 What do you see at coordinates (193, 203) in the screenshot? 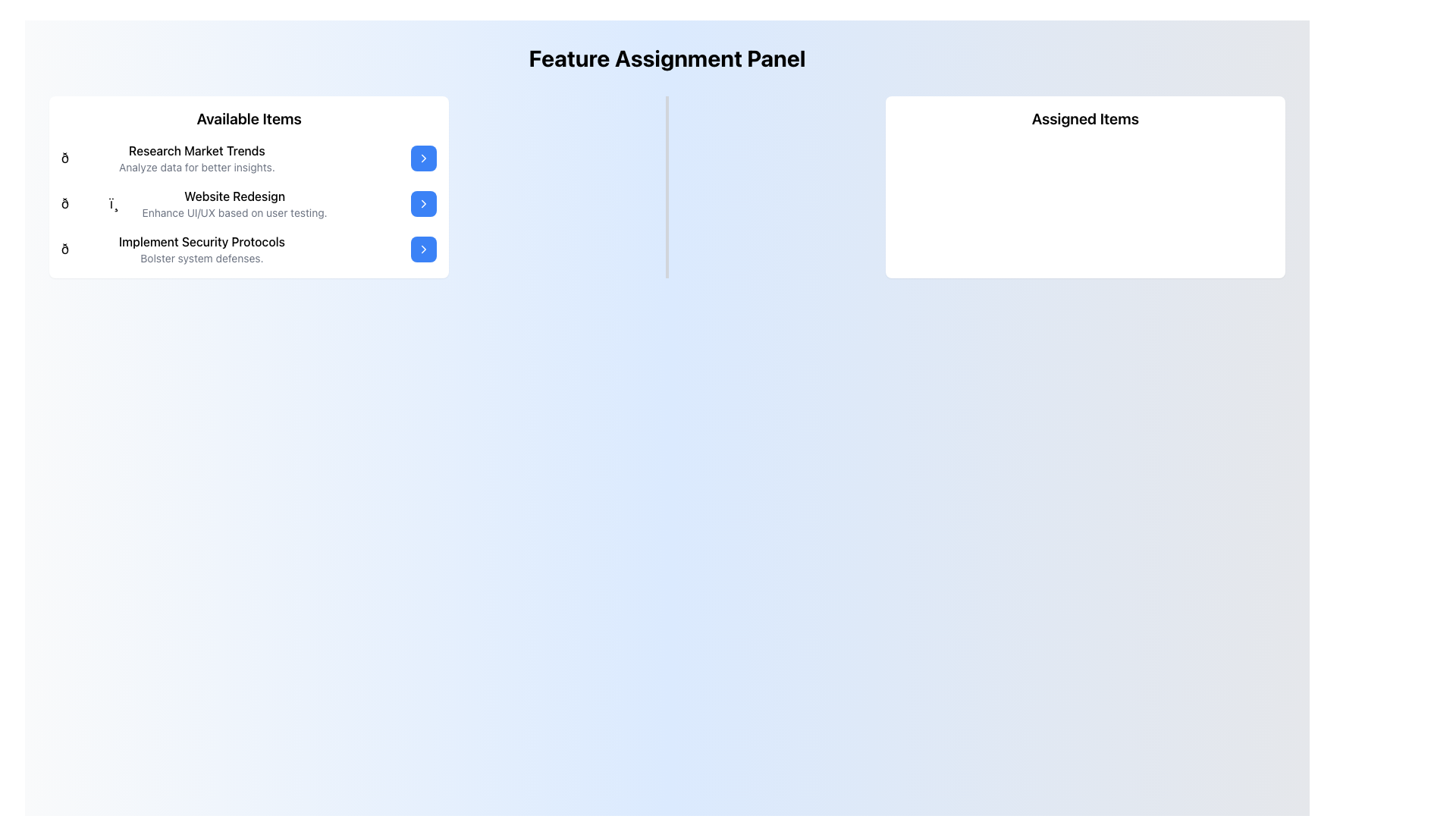
I see `the second list item in the 'Available Items' section that describes the 'Website Redesign' task` at bounding box center [193, 203].